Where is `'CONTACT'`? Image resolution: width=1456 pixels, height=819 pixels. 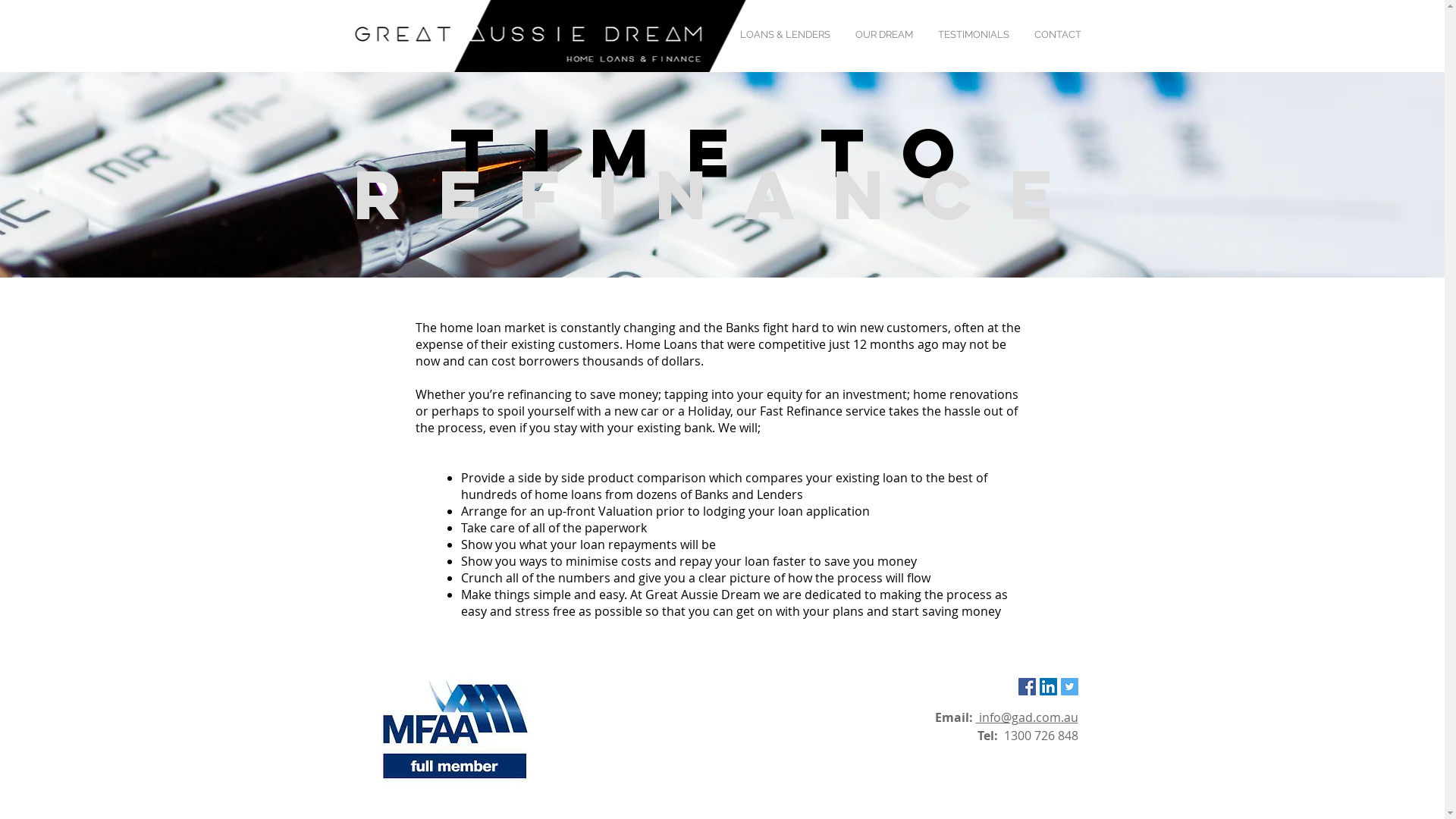 'CONTACT' is located at coordinates (1057, 34).